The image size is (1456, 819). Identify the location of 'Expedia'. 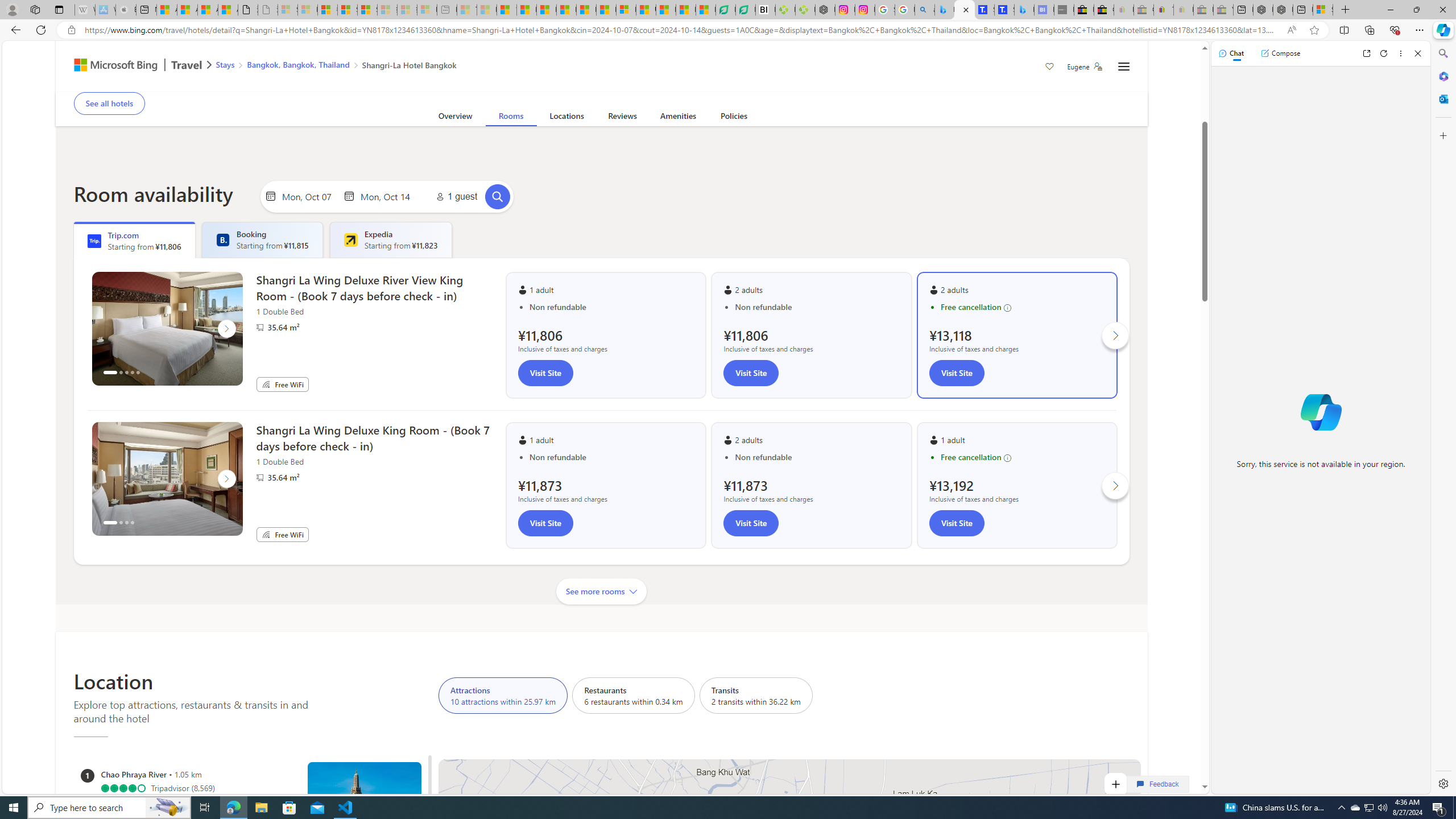
(350, 239).